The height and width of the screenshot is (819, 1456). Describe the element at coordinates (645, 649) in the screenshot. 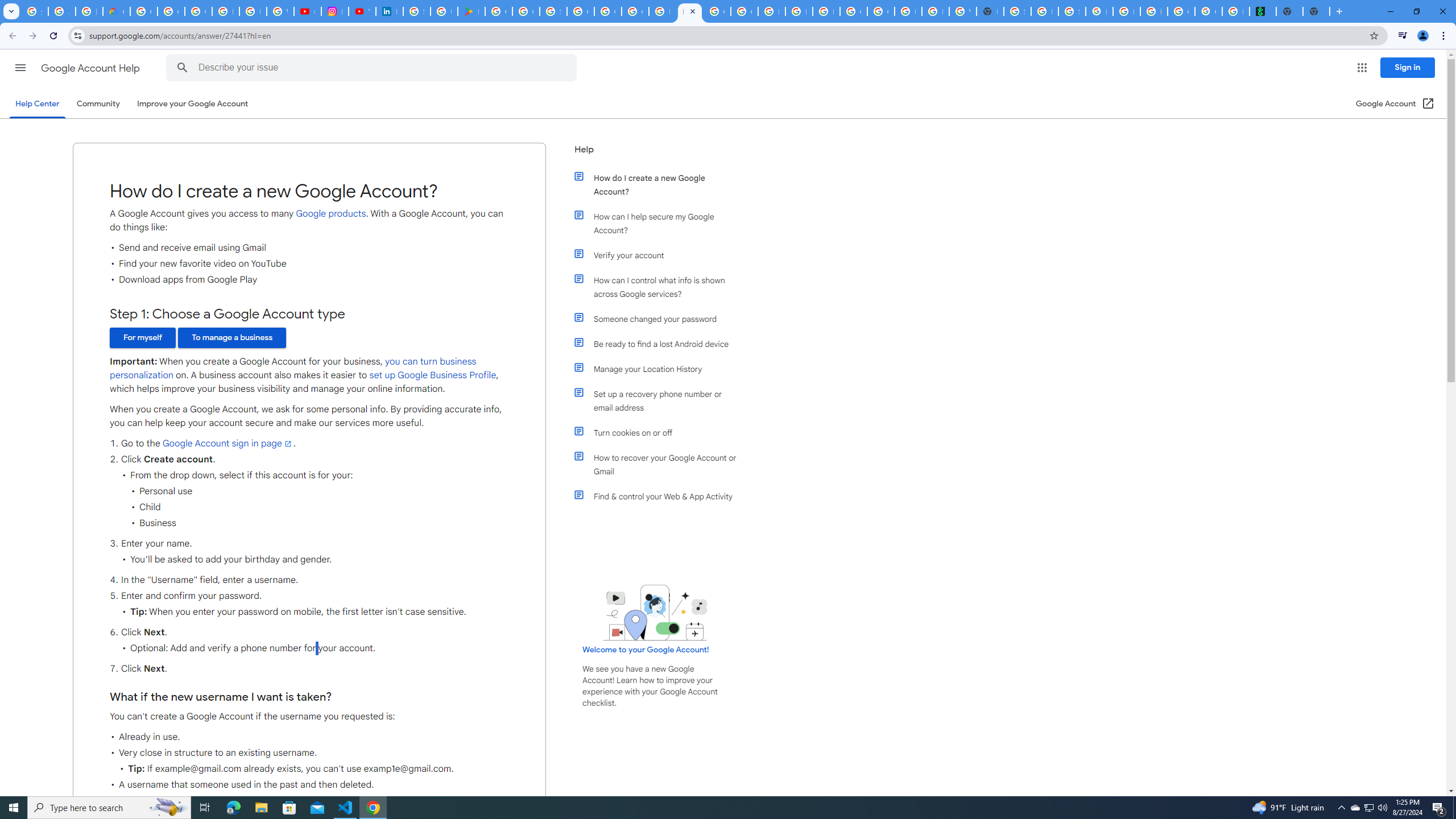

I see `'Welcome to your Google Account!'` at that location.